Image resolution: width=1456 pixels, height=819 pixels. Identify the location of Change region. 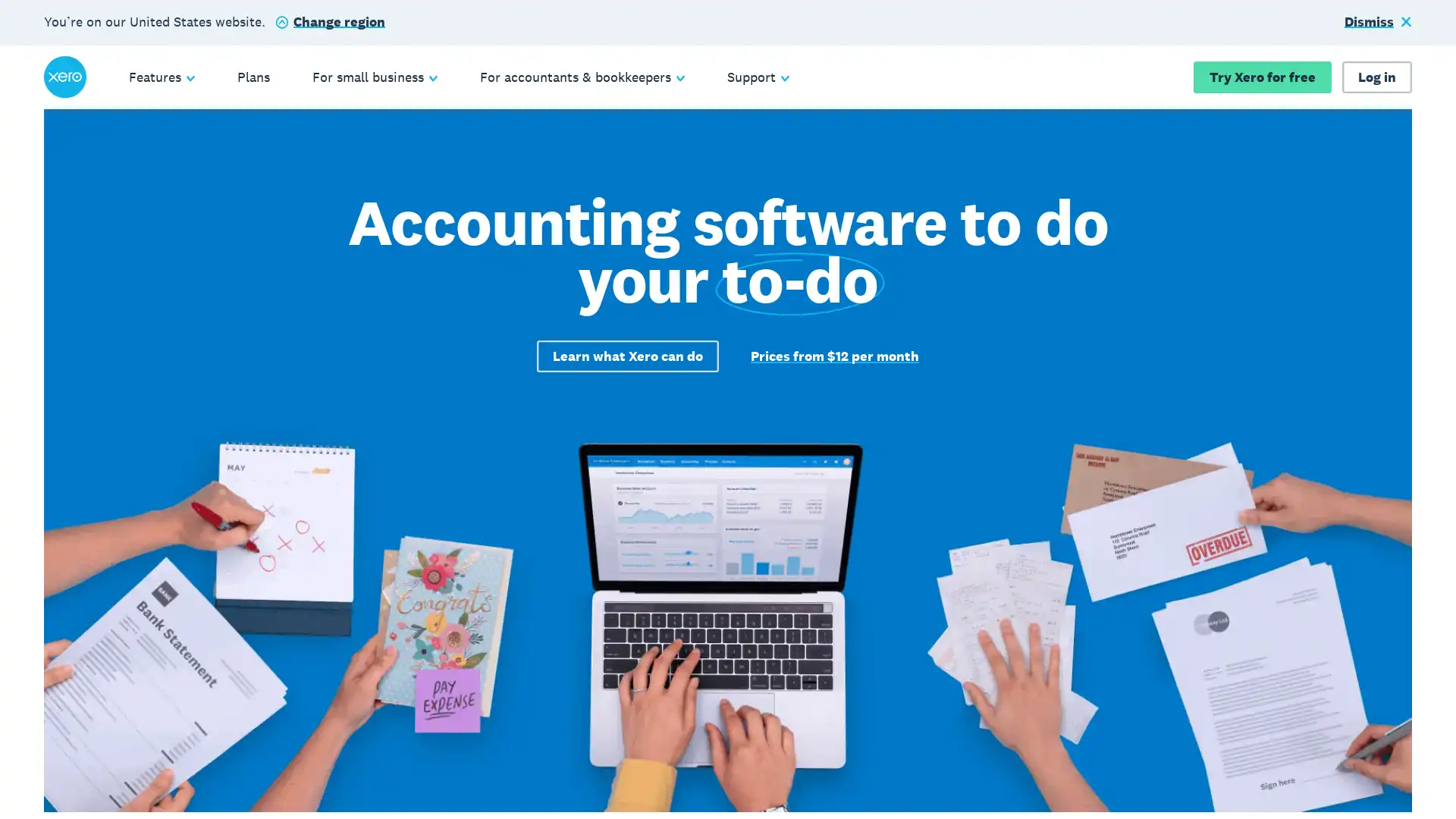
(329, 23).